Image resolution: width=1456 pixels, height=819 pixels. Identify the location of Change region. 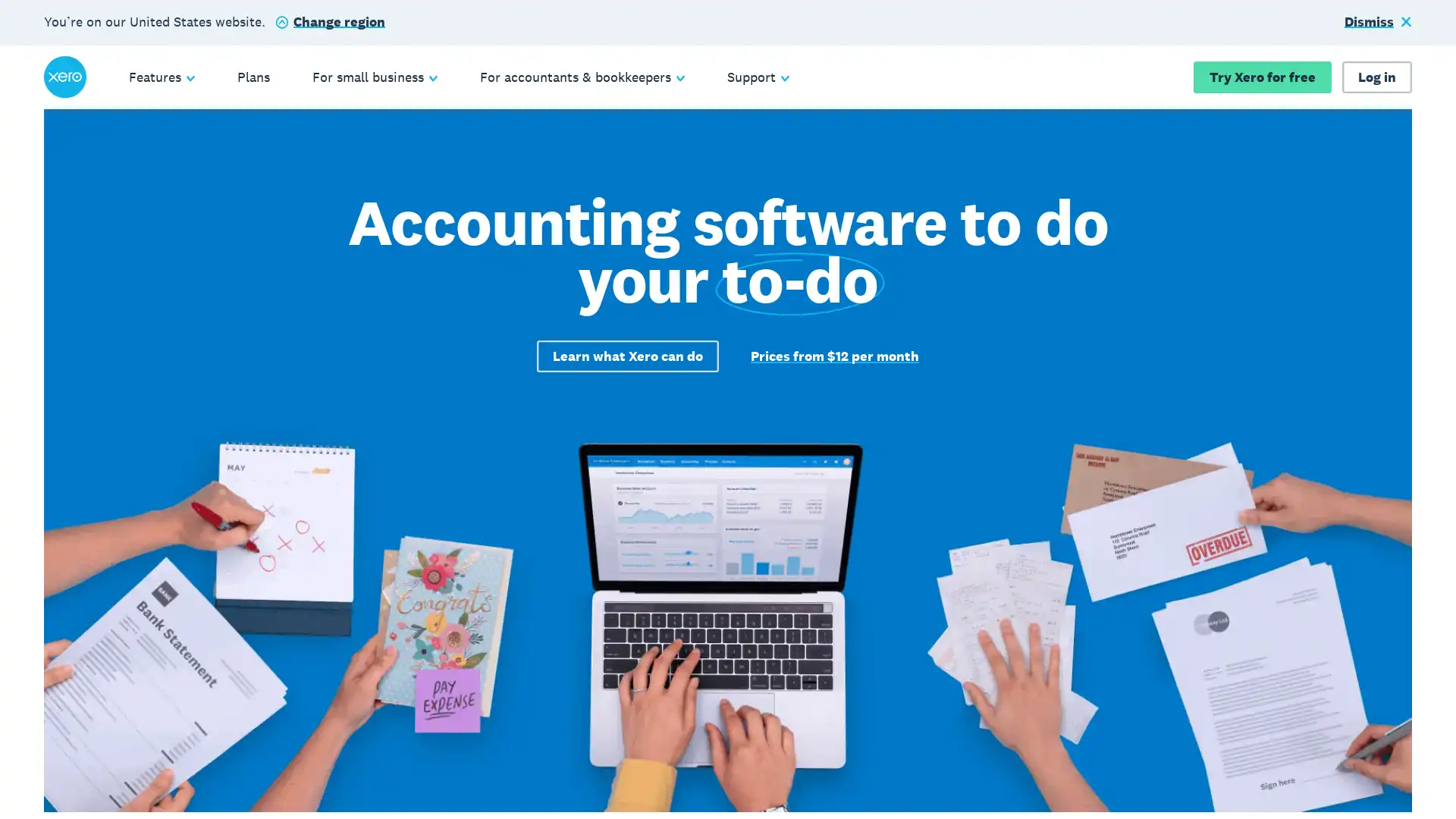
(329, 23).